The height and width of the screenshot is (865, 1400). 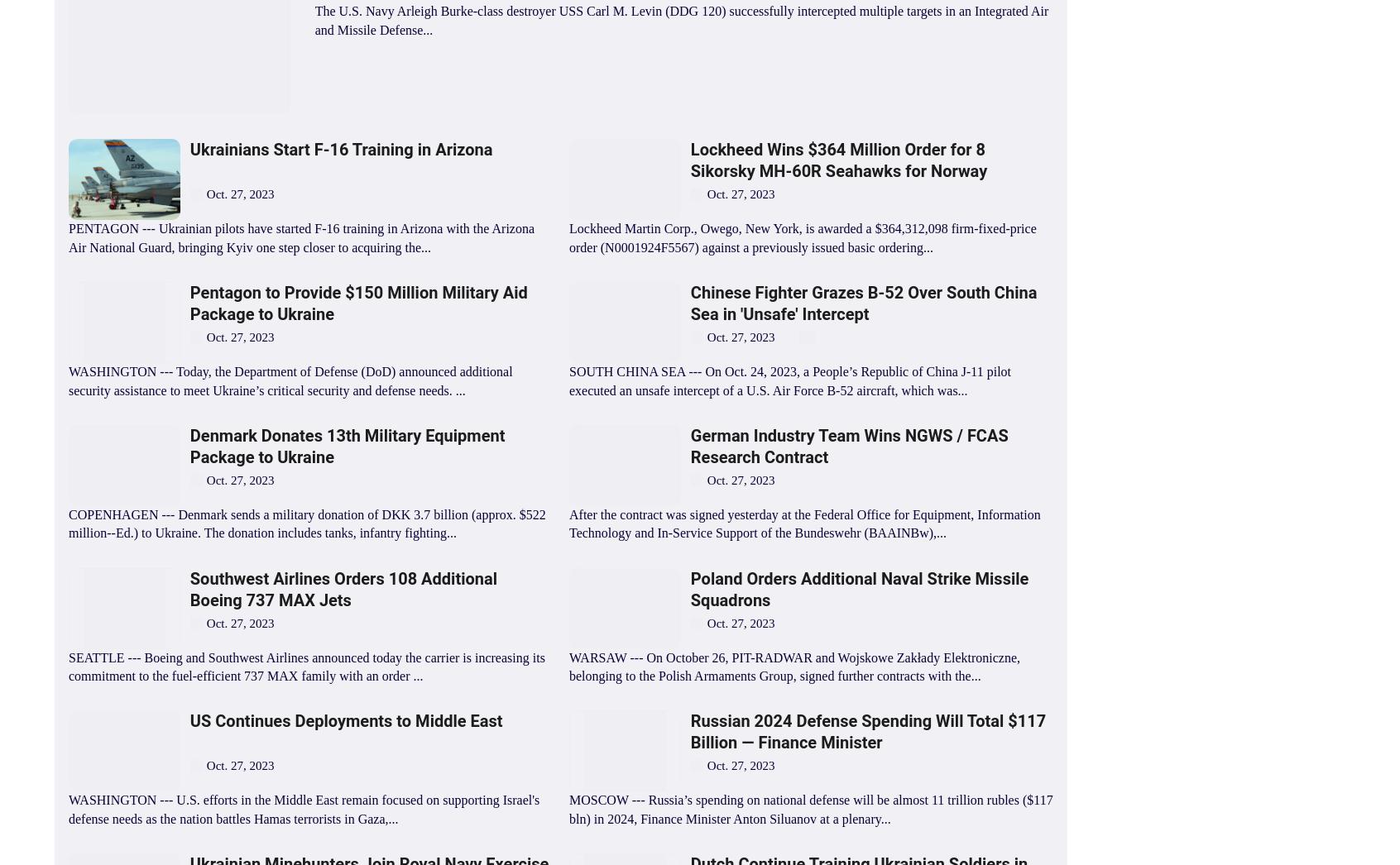 What do you see at coordinates (689, 303) in the screenshot?
I see `'Chinese Fighter Grazes B-52 Over South China Sea in 'Unsafe' Intercept'` at bounding box center [689, 303].